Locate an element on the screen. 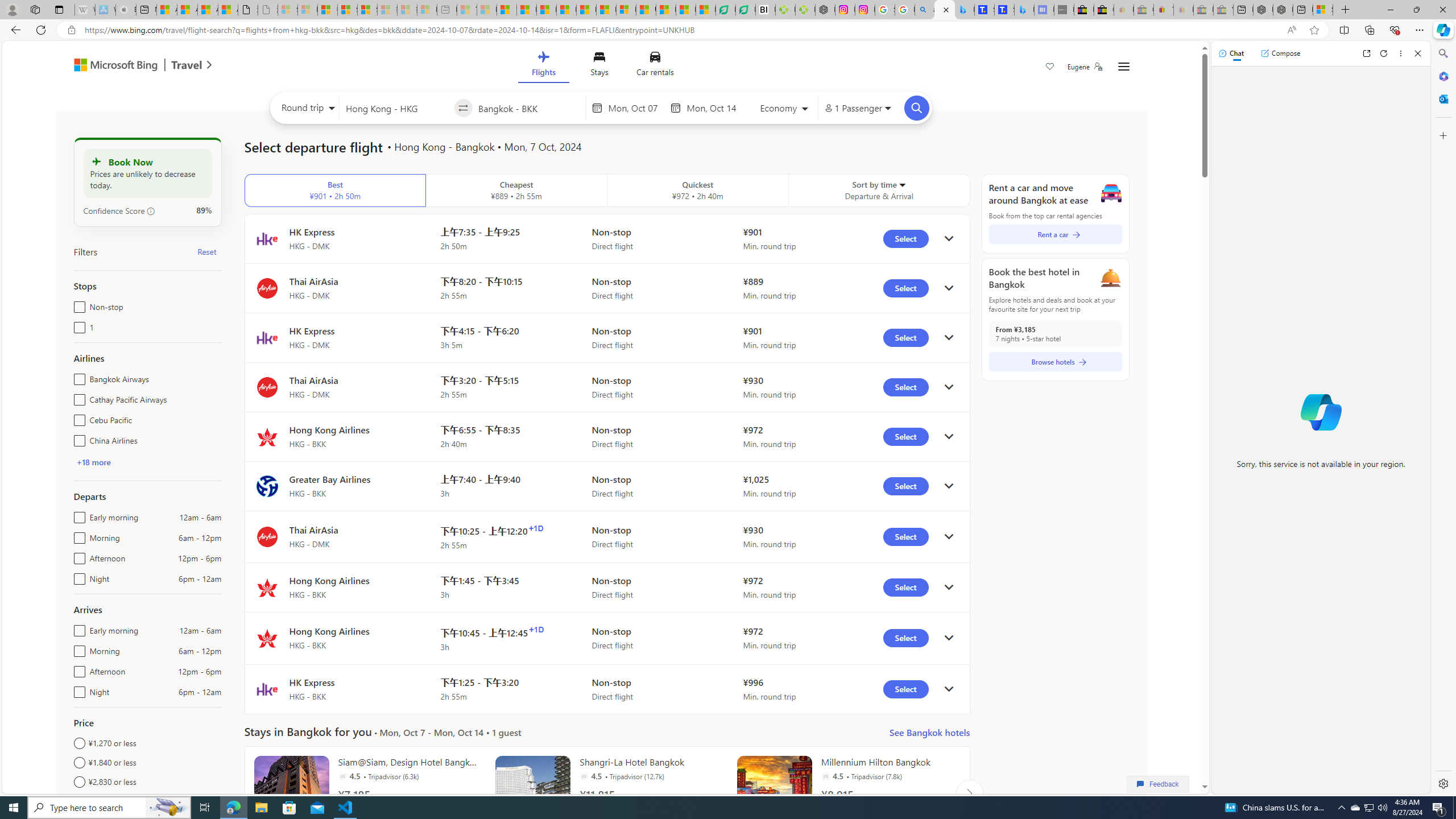  'Browse hotels' is located at coordinates (1055, 361).